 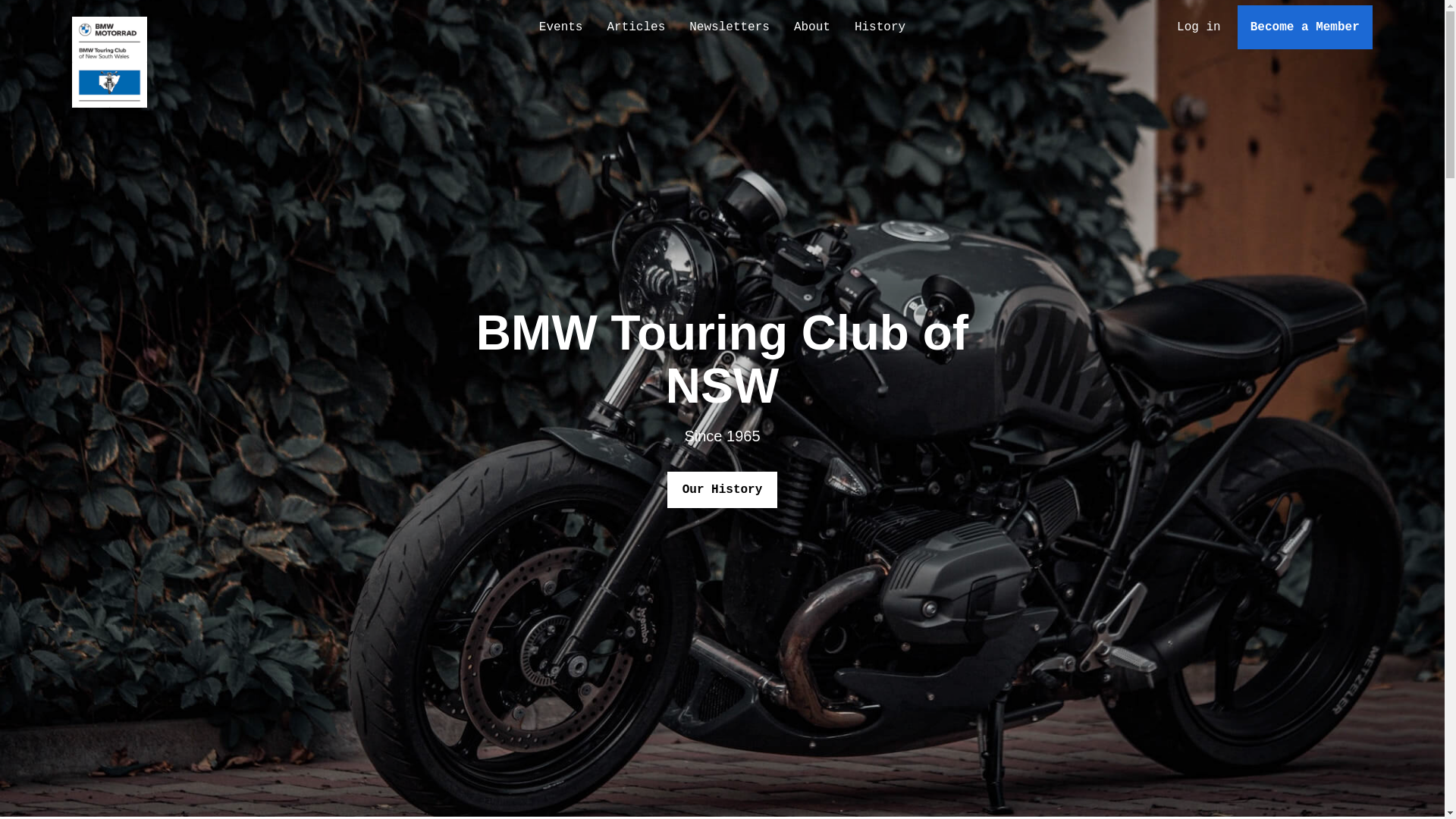 What do you see at coordinates (722, 489) in the screenshot?
I see `'Our History'` at bounding box center [722, 489].